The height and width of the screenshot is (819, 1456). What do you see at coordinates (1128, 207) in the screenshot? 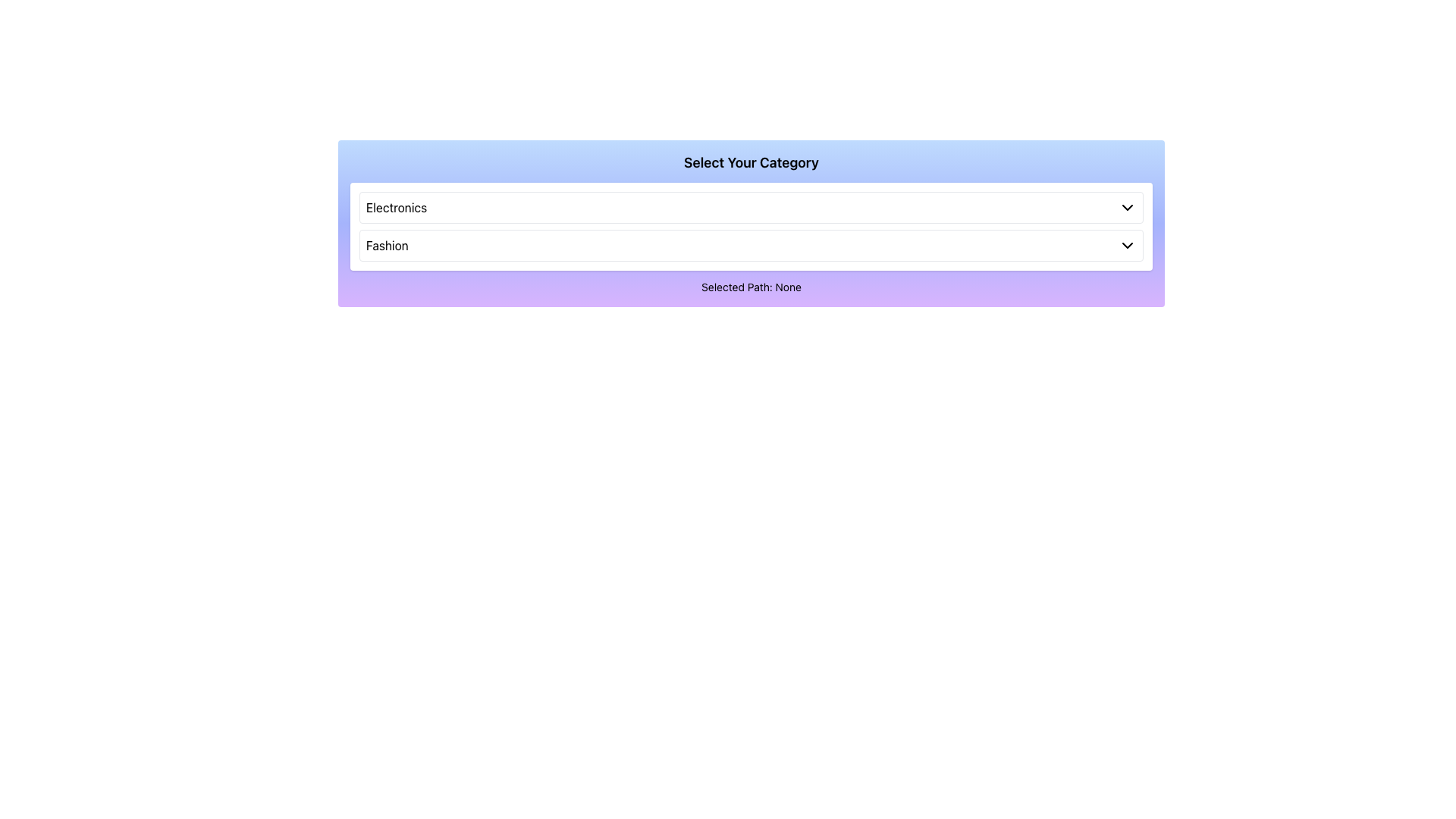
I see `the downward-facing chevron icon located on the rightmost part of the 'Electronics' dropdown button` at bounding box center [1128, 207].